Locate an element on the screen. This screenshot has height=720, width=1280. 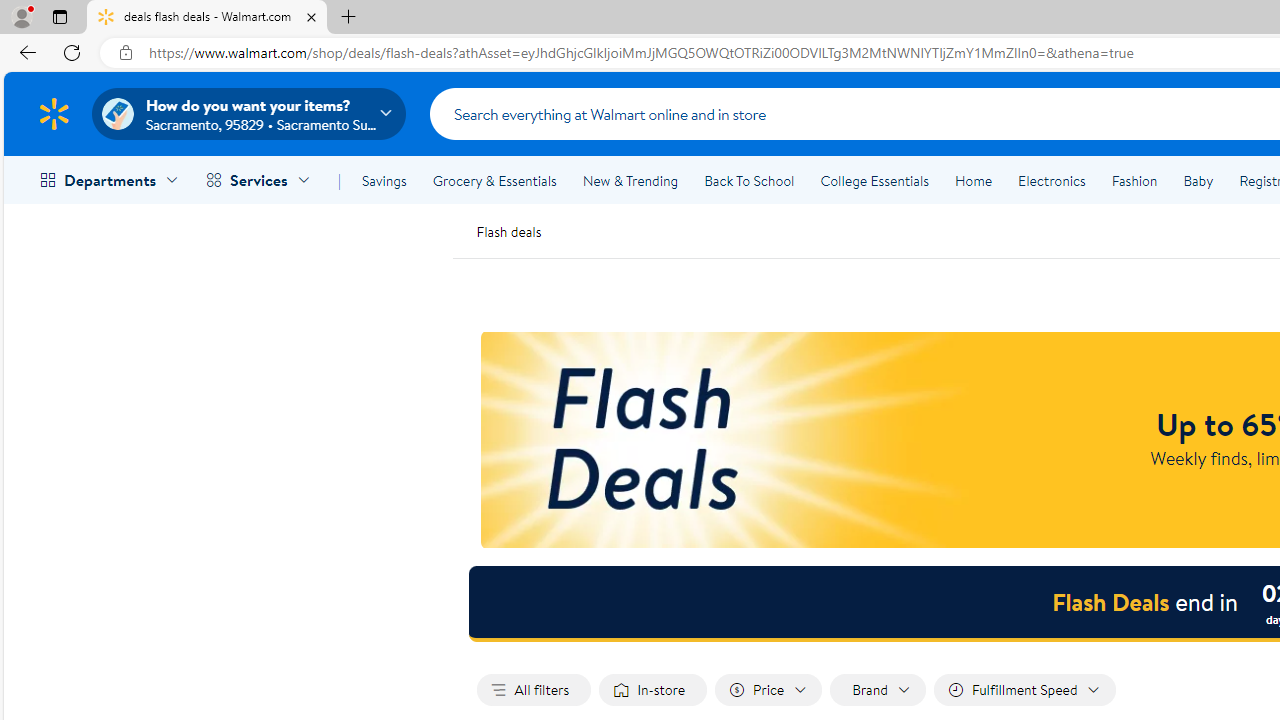
'New & Trending' is located at coordinates (630, 181).